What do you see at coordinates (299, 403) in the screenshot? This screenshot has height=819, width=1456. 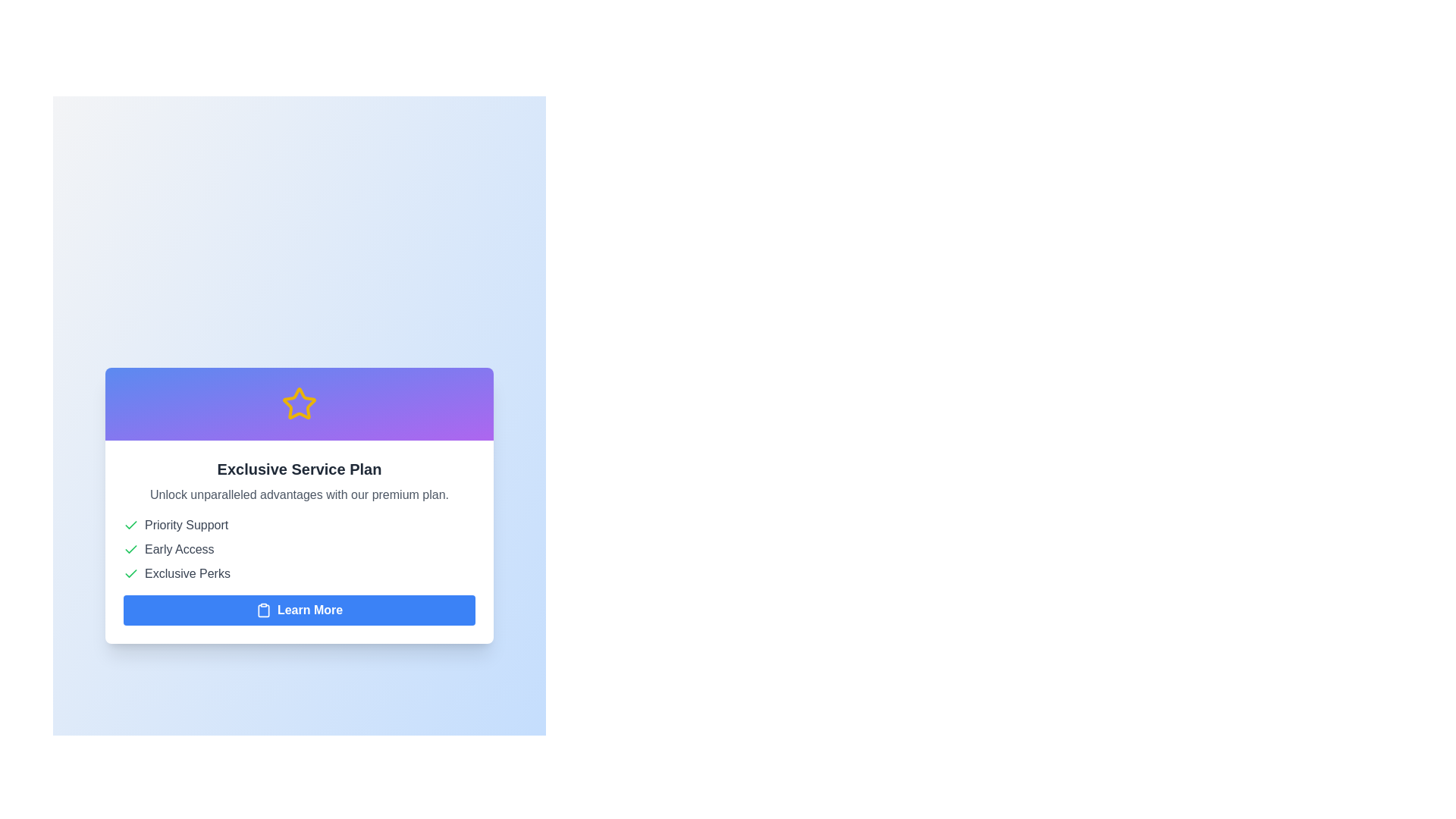 I see `the five-pointed star icon with a yellow outline and a purple background, which is located at the top of a card-like layout, centered above the primary heading text` at bounding box center [299, 403].